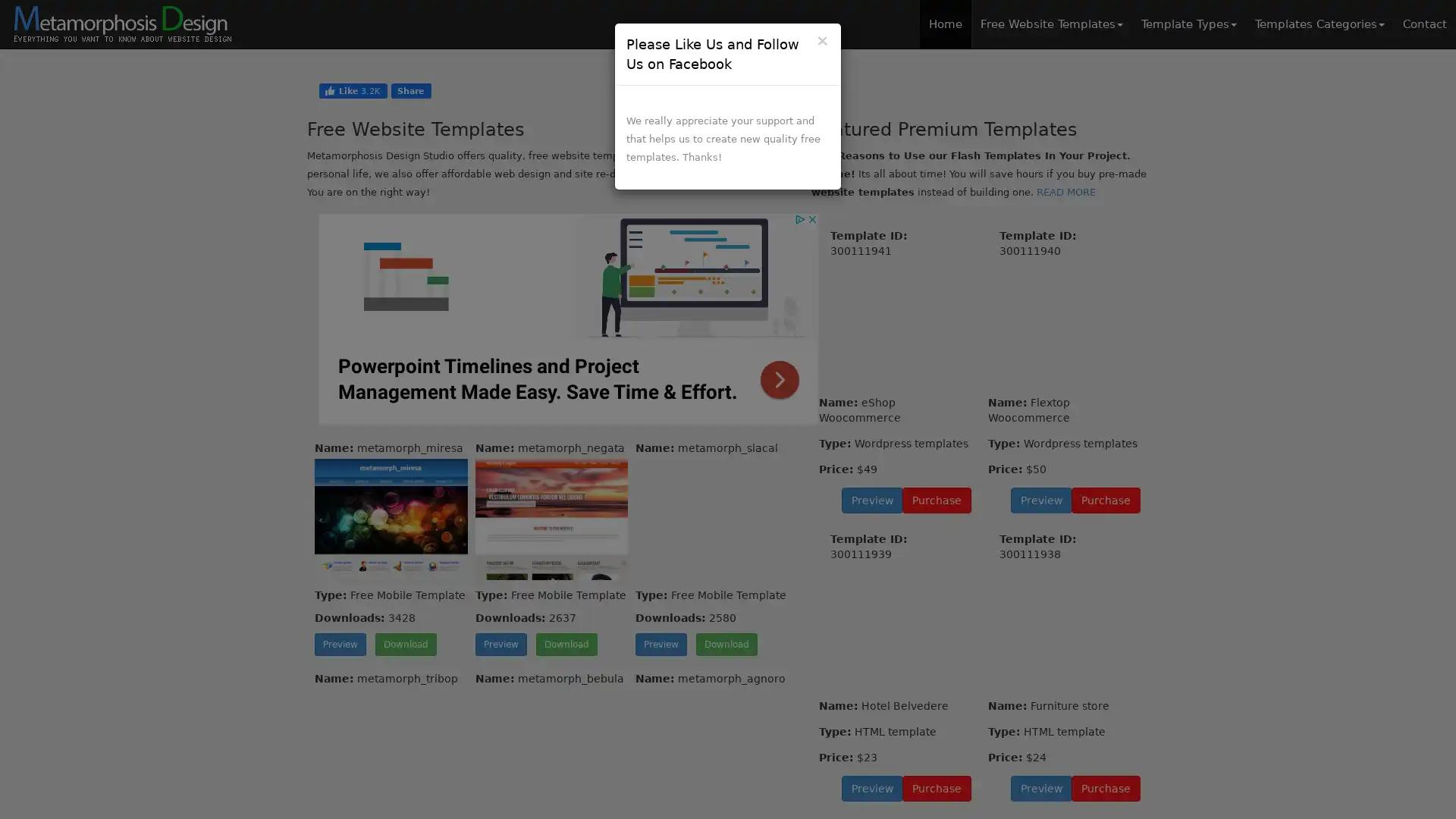 This screenshot has height=819, width=1456. What do you see at coordinates (936, 788) in the screenshot?
I see `Purchase` at bounding box center [936, 788].